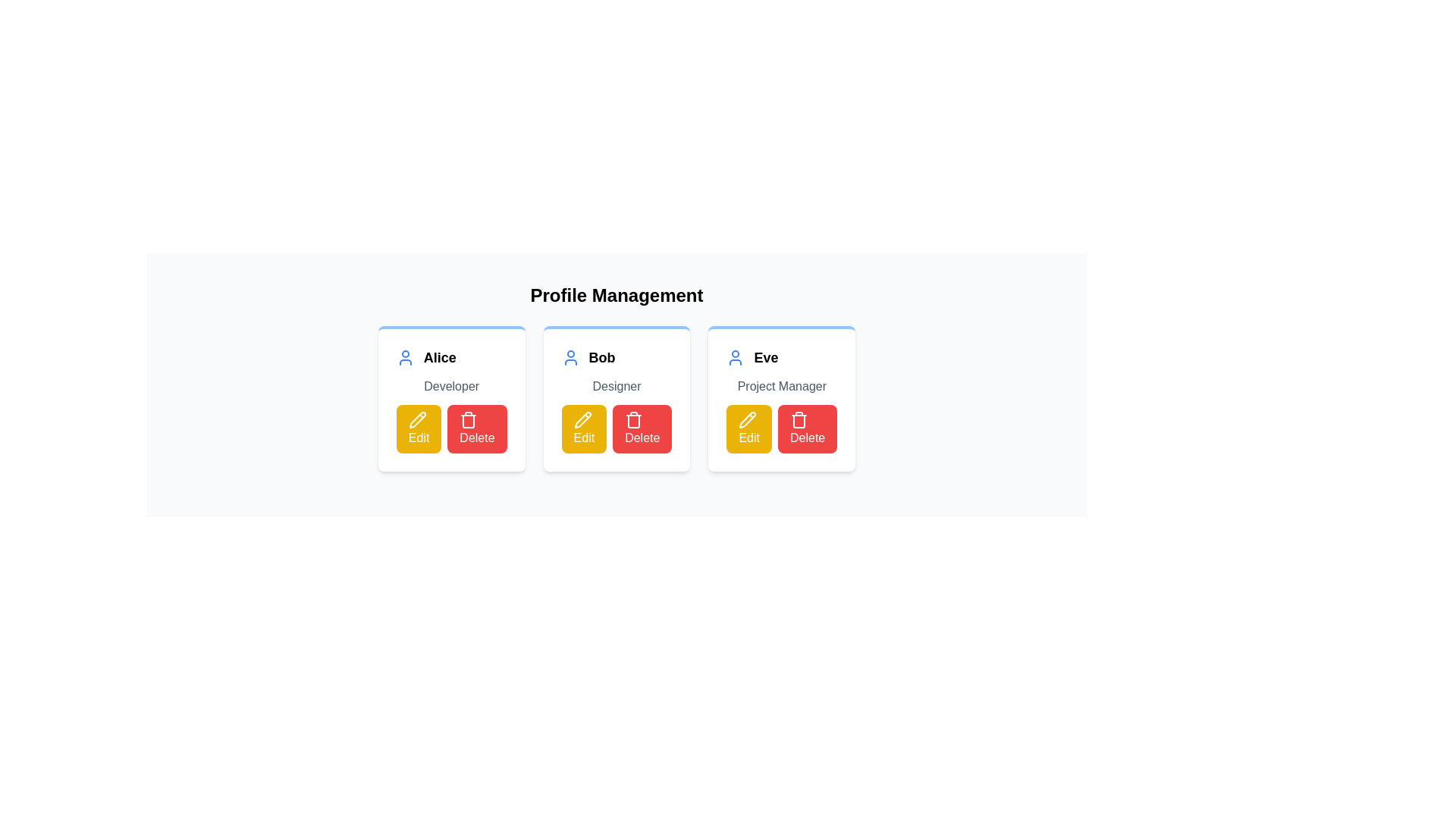 The height and width of the screenshot is (819, 1456). Describe the element at coordinates (468, 420) in the screenshot. I see `the delete icon located to the right of the 'Edit' button within the 'Delete' component of Alice's profile card` at that location.